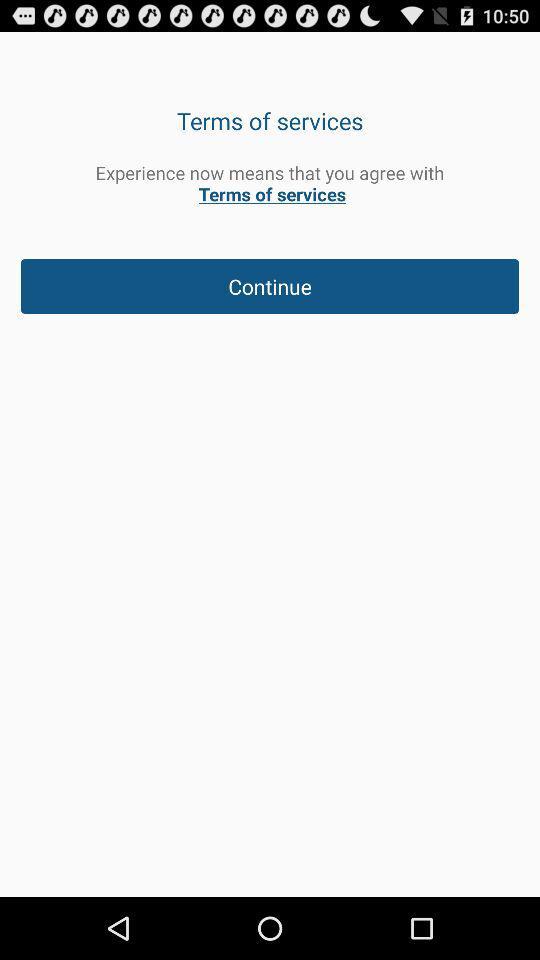 This screenshot has height=960, width=540. What do you see at coordinates (270, 183) in the screenshot?
I see `icon below terms of services` at bounding box center [270, 183].